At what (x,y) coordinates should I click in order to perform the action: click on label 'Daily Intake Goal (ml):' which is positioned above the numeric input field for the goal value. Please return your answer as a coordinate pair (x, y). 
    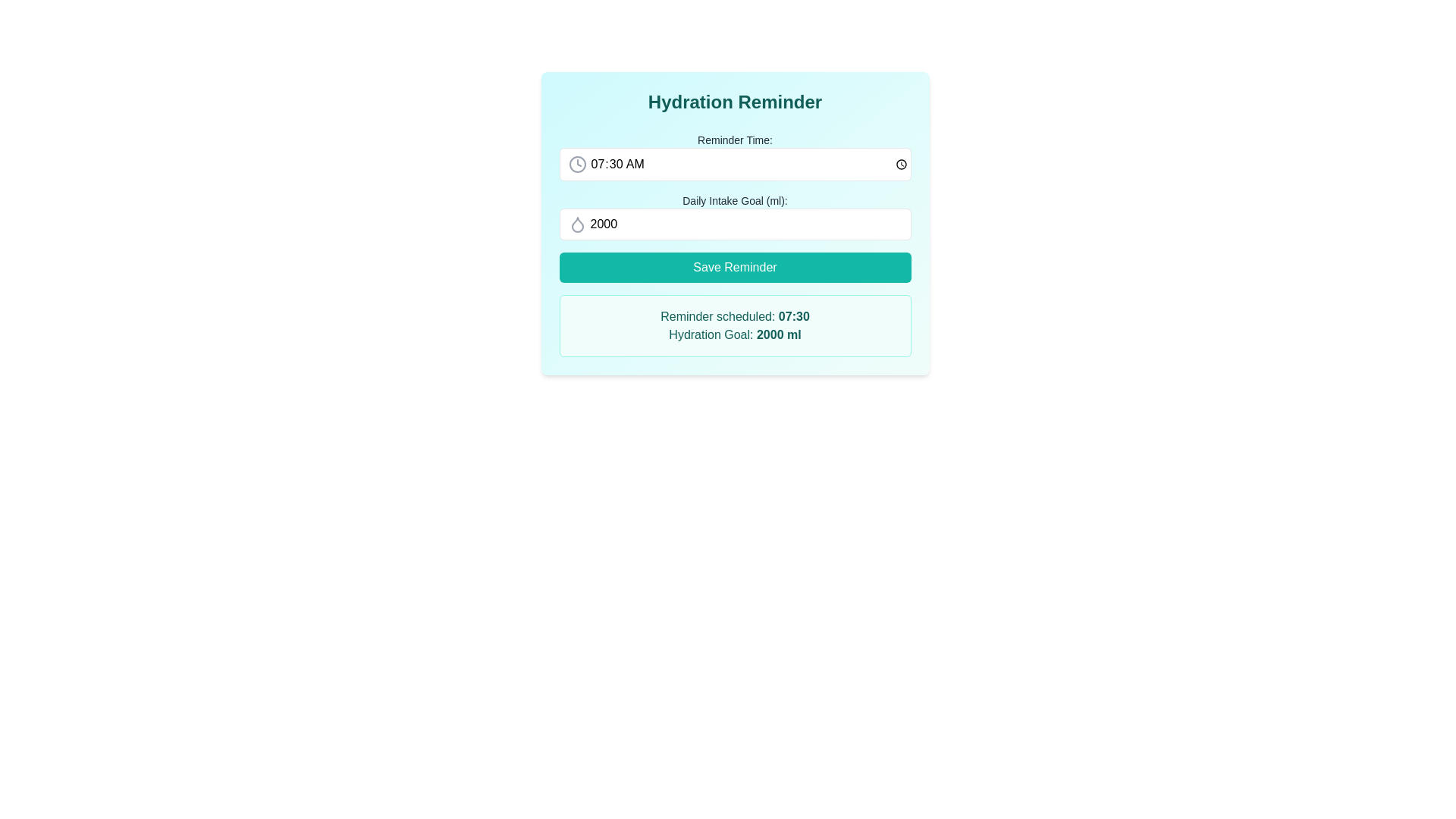
    Looking at the image, I should click on (735, 200).